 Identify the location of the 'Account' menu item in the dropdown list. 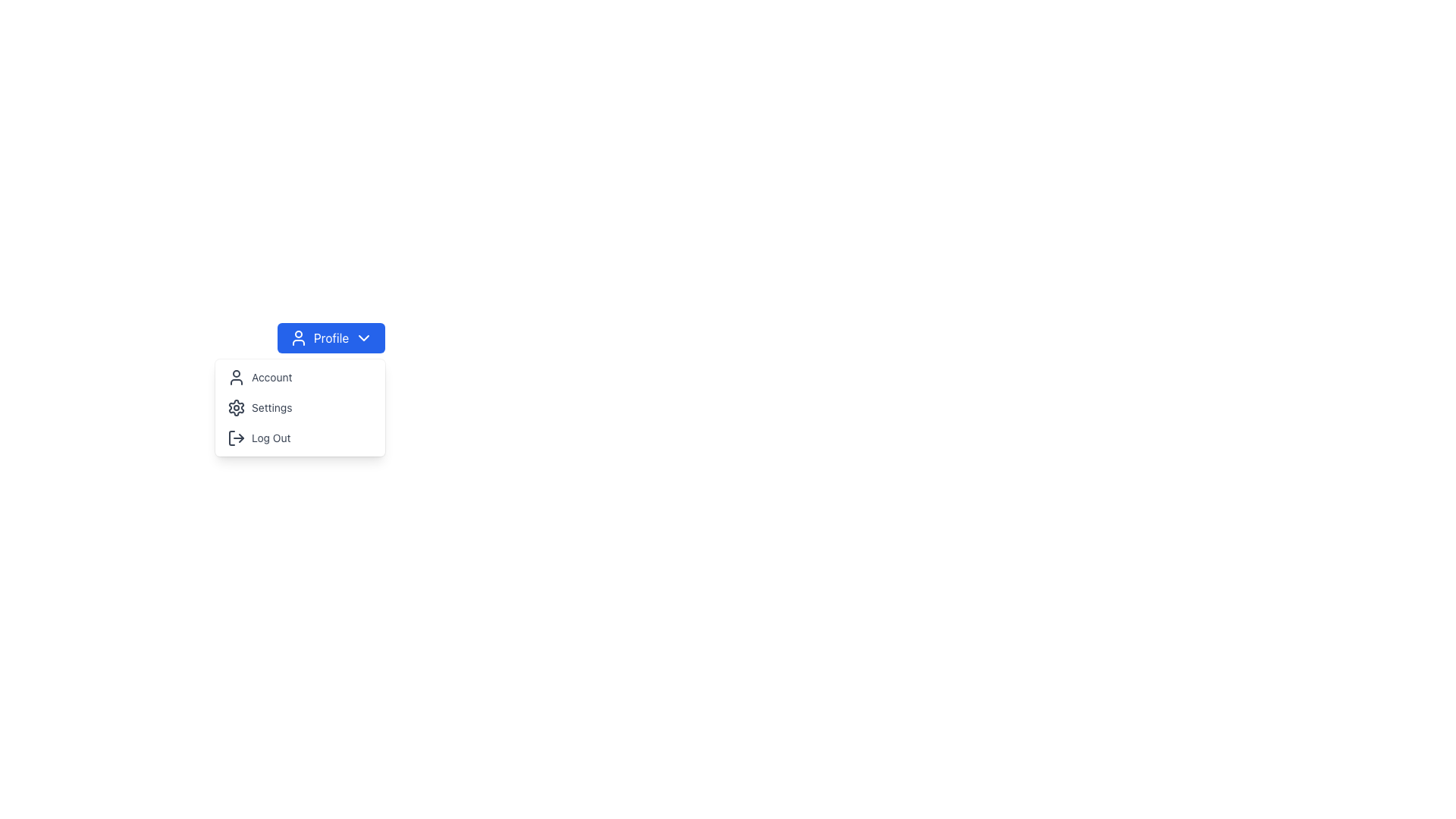
(300, 376).